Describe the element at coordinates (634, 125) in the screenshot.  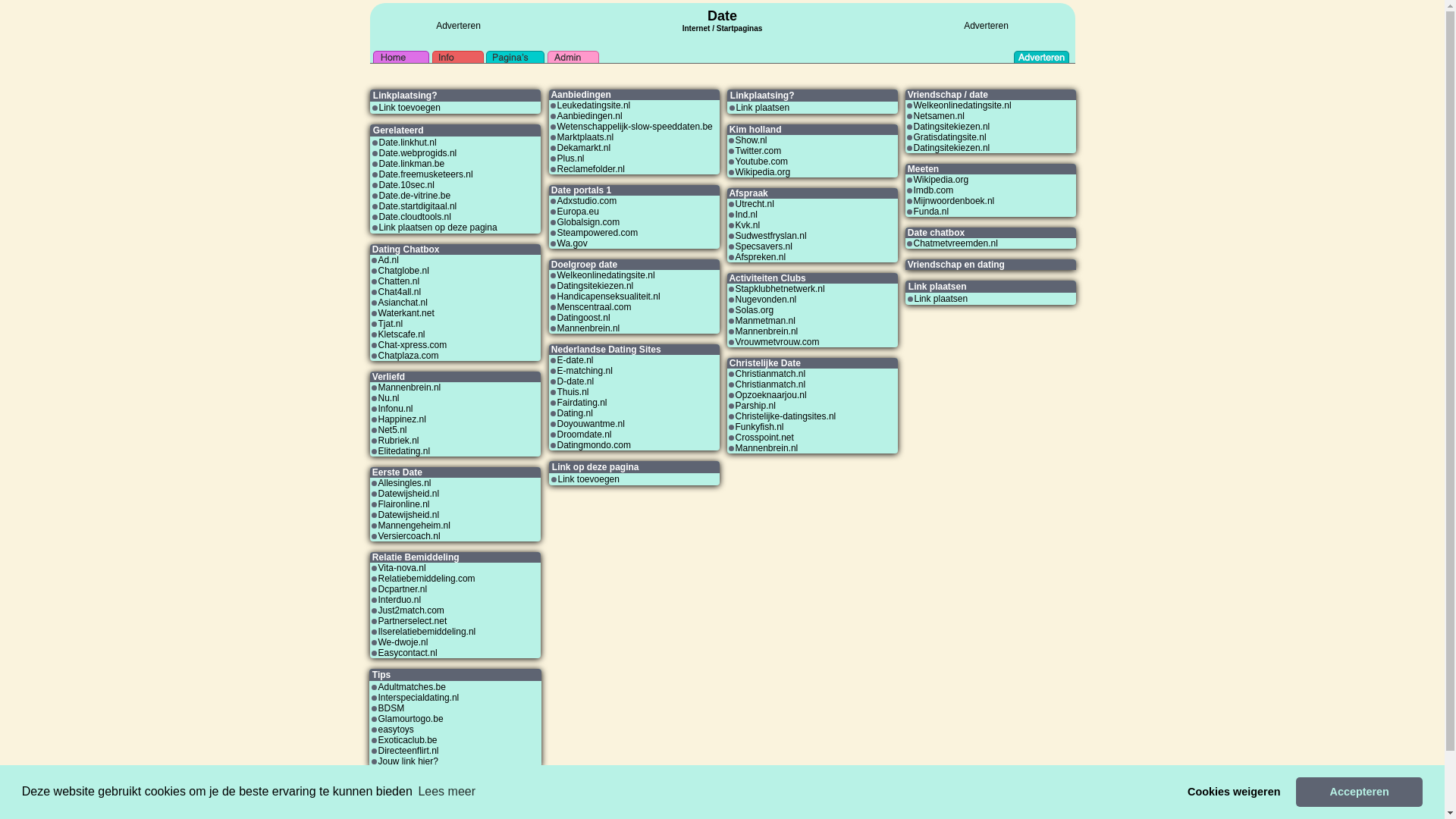
I see `'Wetenschappelijk-slow-speeddaten.be'` at that location.